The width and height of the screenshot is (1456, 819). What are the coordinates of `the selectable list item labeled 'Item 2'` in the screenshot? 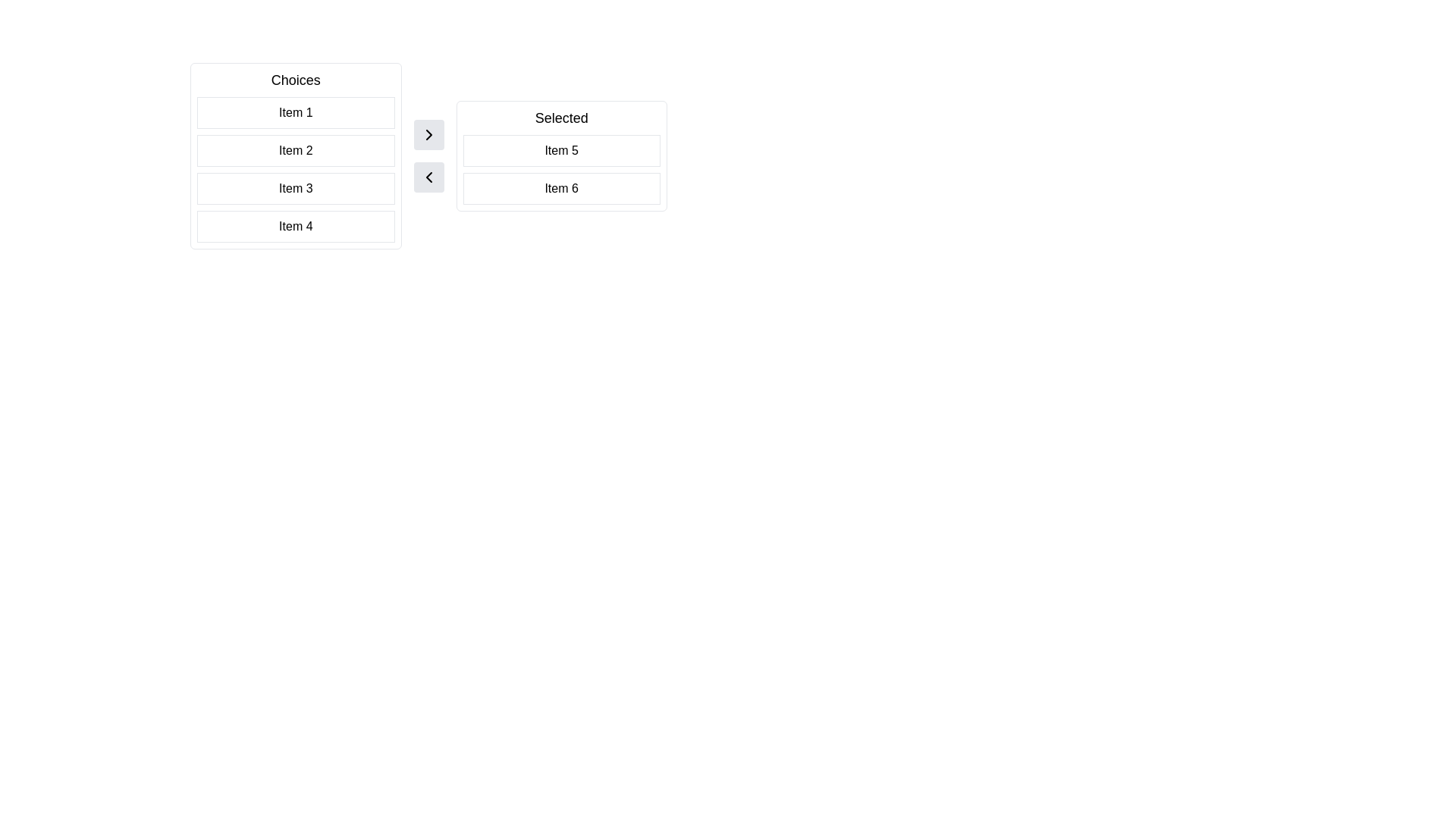 It's located at (296, 151).